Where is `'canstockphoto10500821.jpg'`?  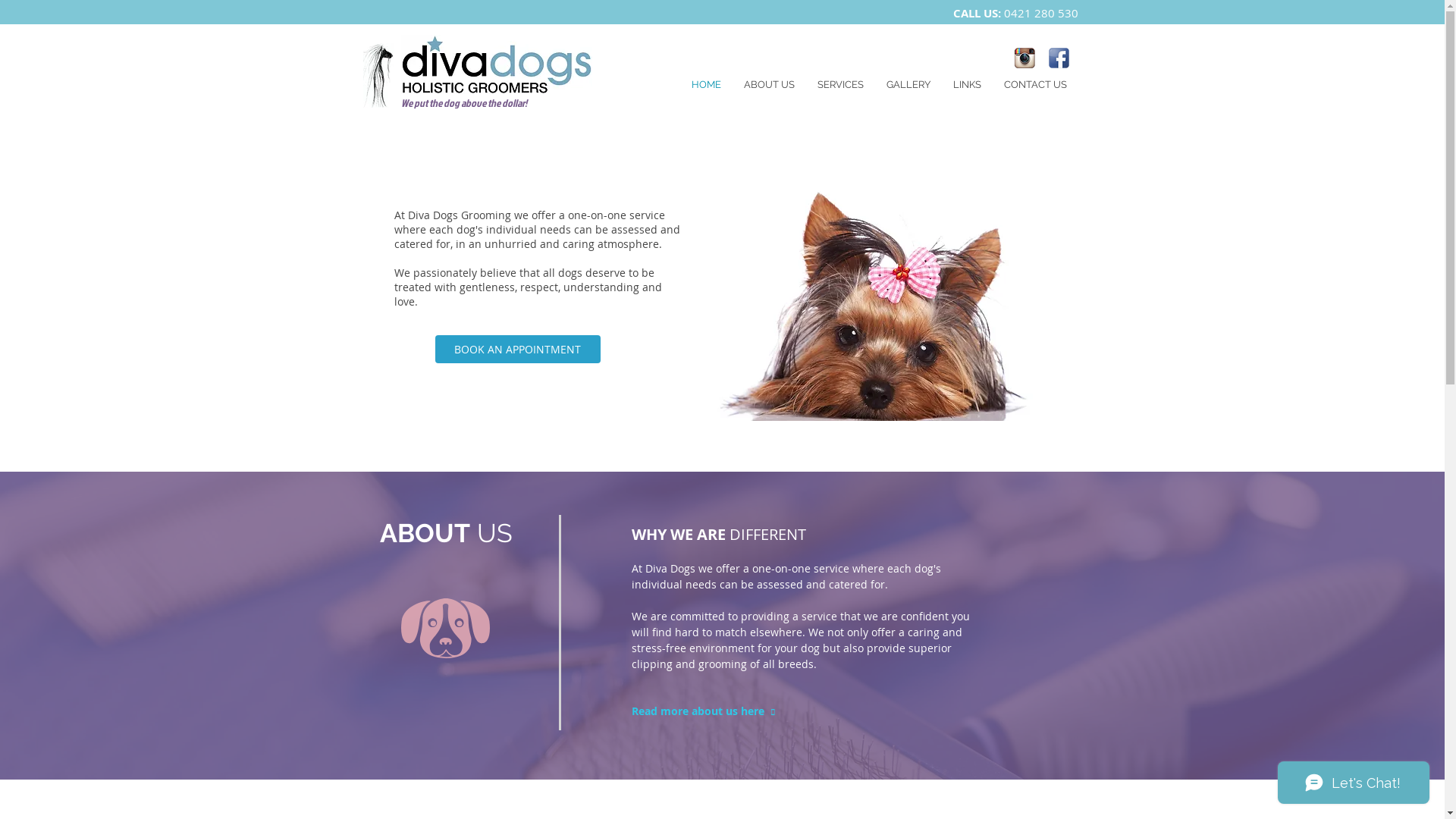
'canstockphoto10500821.jpg' is located at coordinates (883, 304).